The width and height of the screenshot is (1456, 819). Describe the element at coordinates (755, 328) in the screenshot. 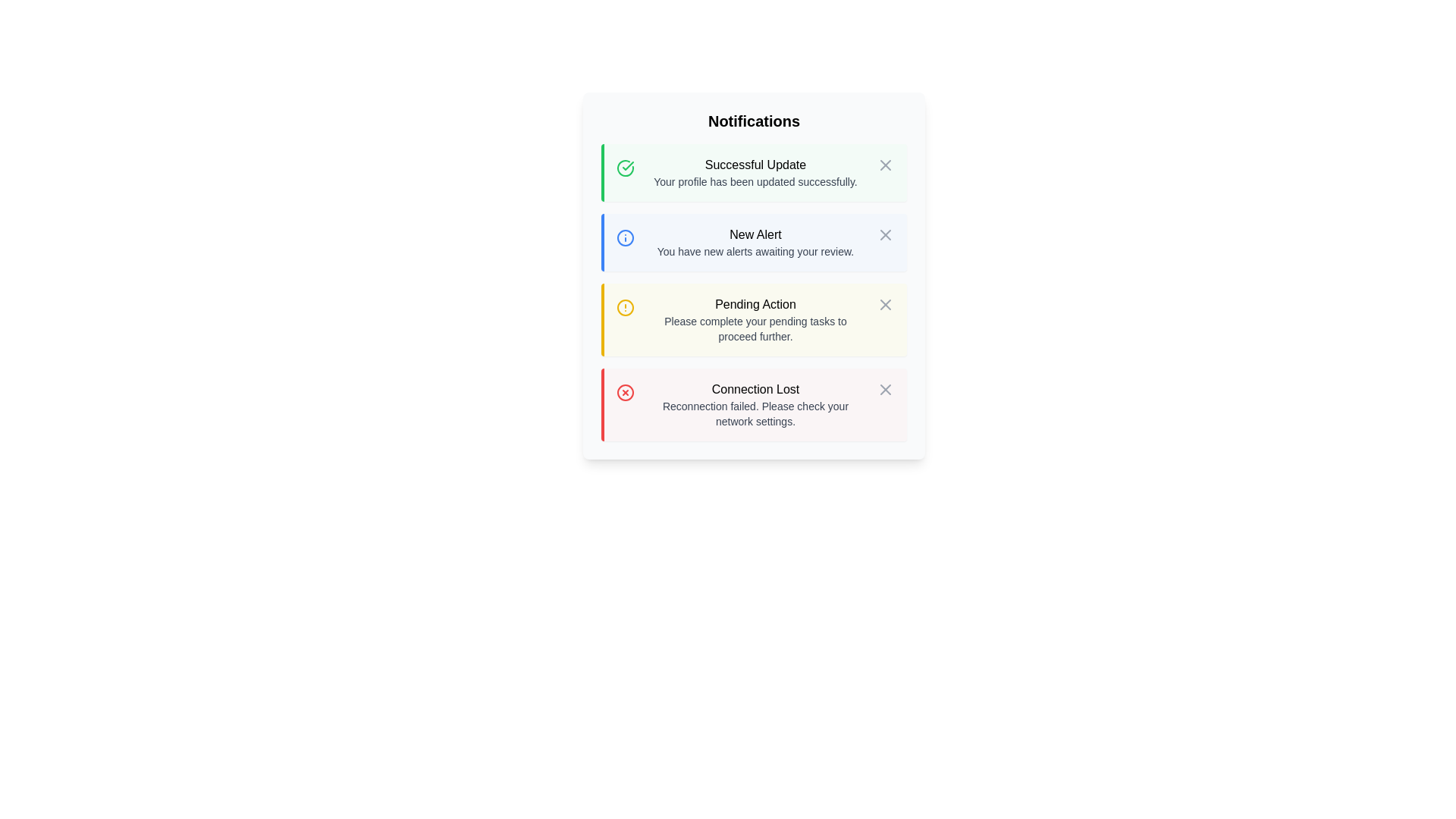

I see `the static text label that prompts the user to complete their pending tasks, located below the title 'Pending Action' in the notification panel` at that location.